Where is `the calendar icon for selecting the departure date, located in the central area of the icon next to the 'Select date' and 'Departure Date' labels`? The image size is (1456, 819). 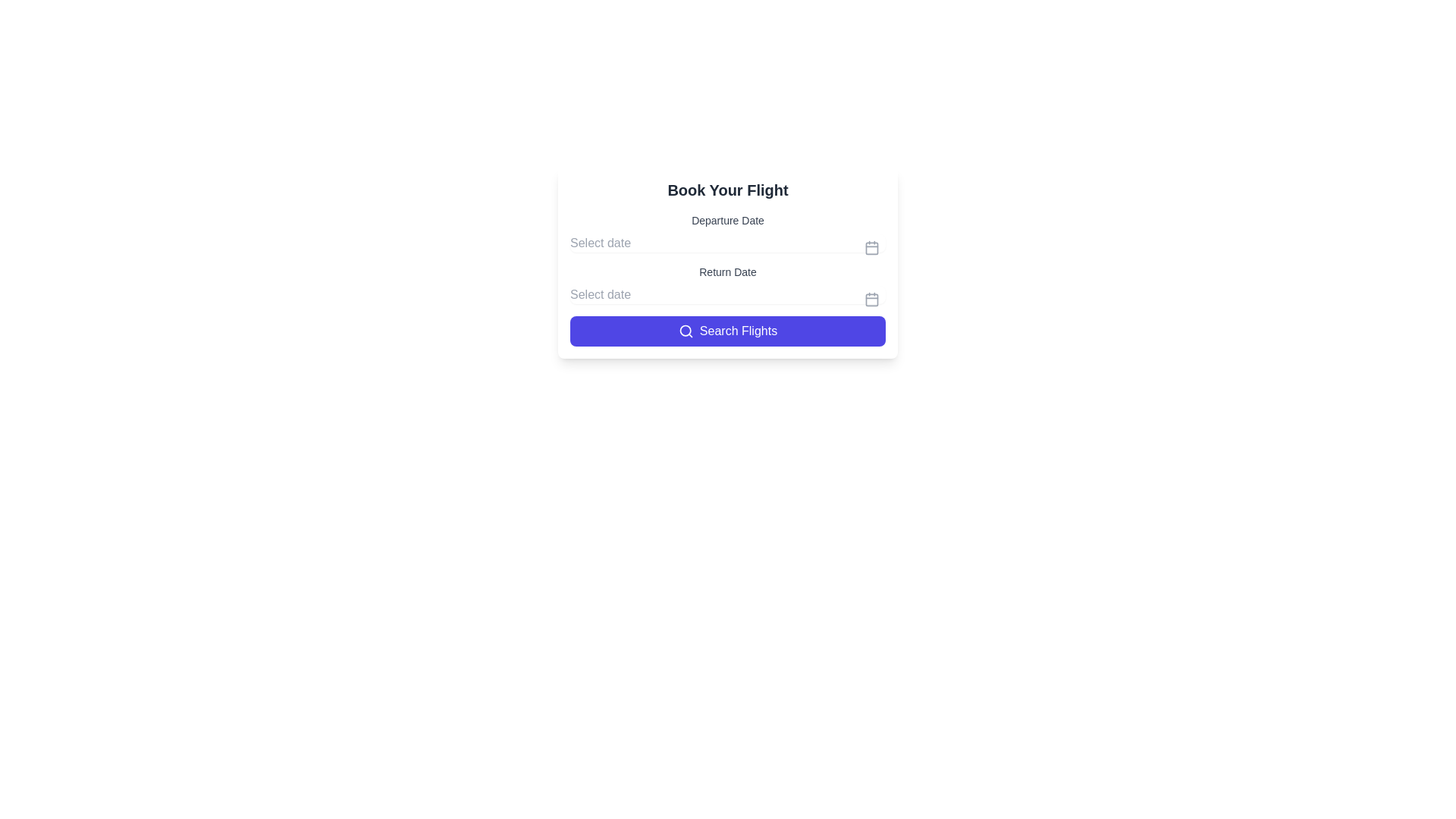 the calendar icon for selecting the departure date, located in the central area of the icon next to the 'Select date' and 'Departure Date' labels is located at coordinates (872, 247).